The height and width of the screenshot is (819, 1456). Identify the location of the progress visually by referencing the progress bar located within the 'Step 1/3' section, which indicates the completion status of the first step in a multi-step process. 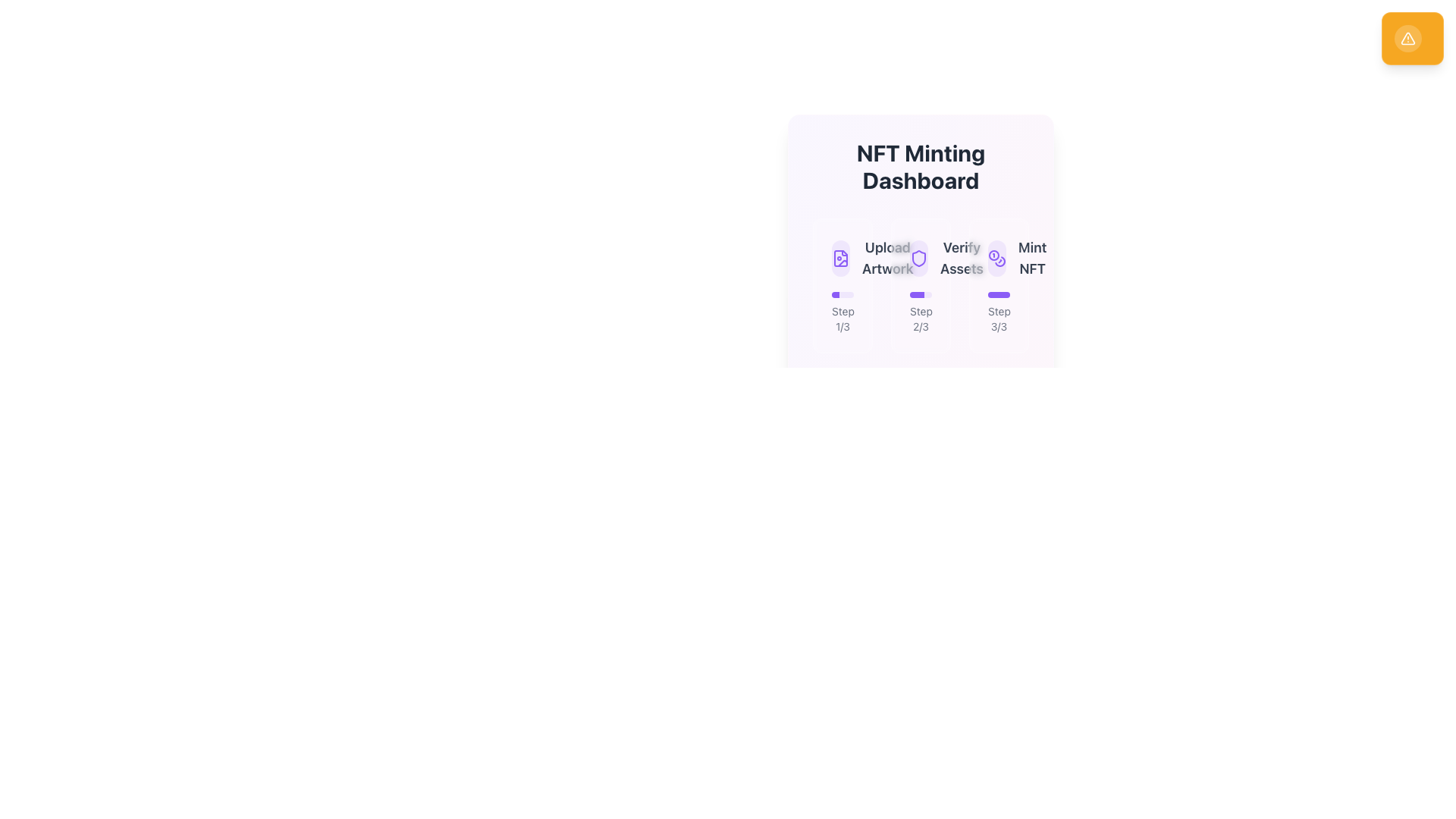
(842, 295).